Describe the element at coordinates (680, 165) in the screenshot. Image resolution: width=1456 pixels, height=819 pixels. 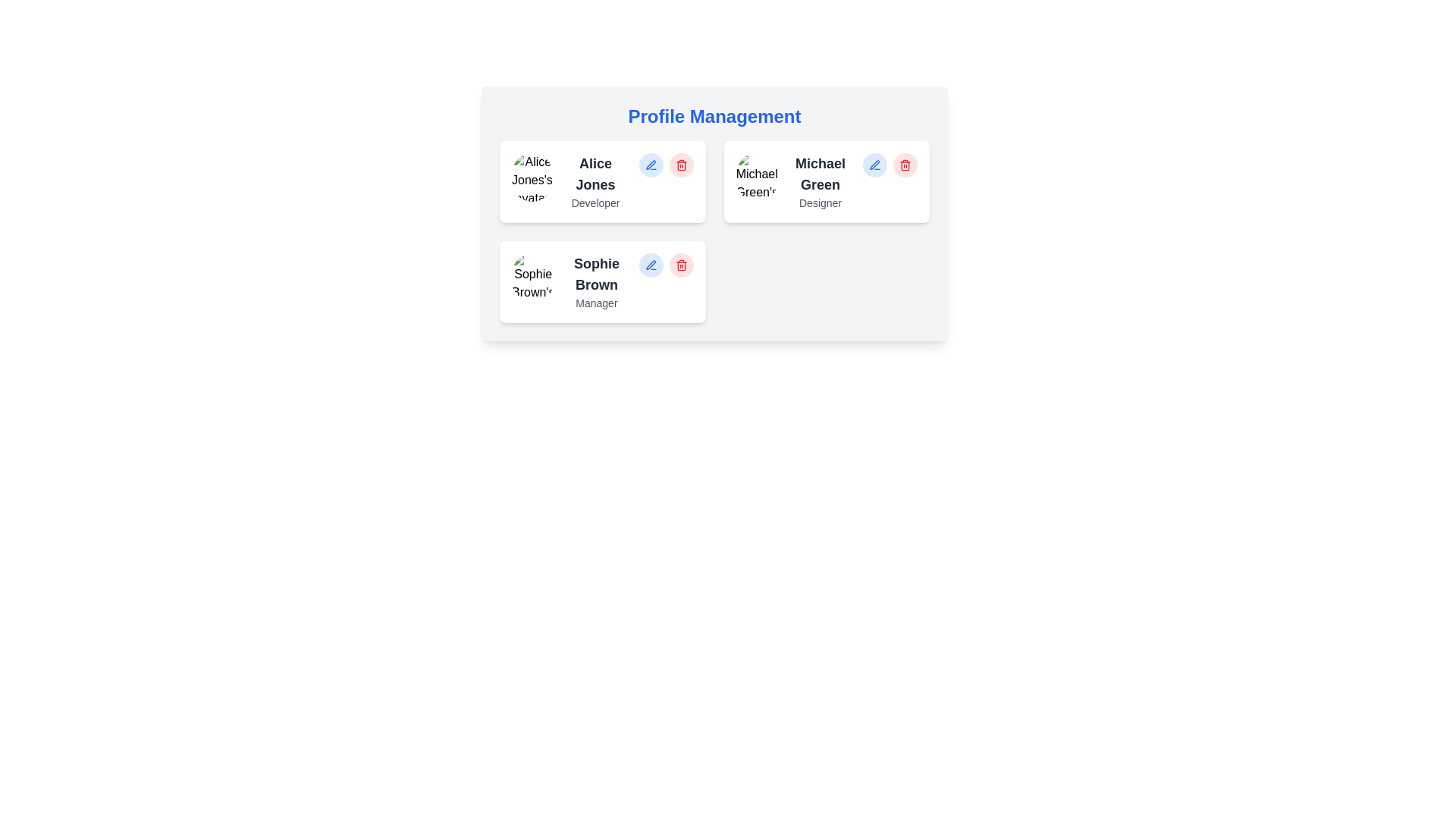
I see `the circular red button with a trash can icon located at the rightmost position in the top row of buttons associated with Alice Jones's profile` at that location.